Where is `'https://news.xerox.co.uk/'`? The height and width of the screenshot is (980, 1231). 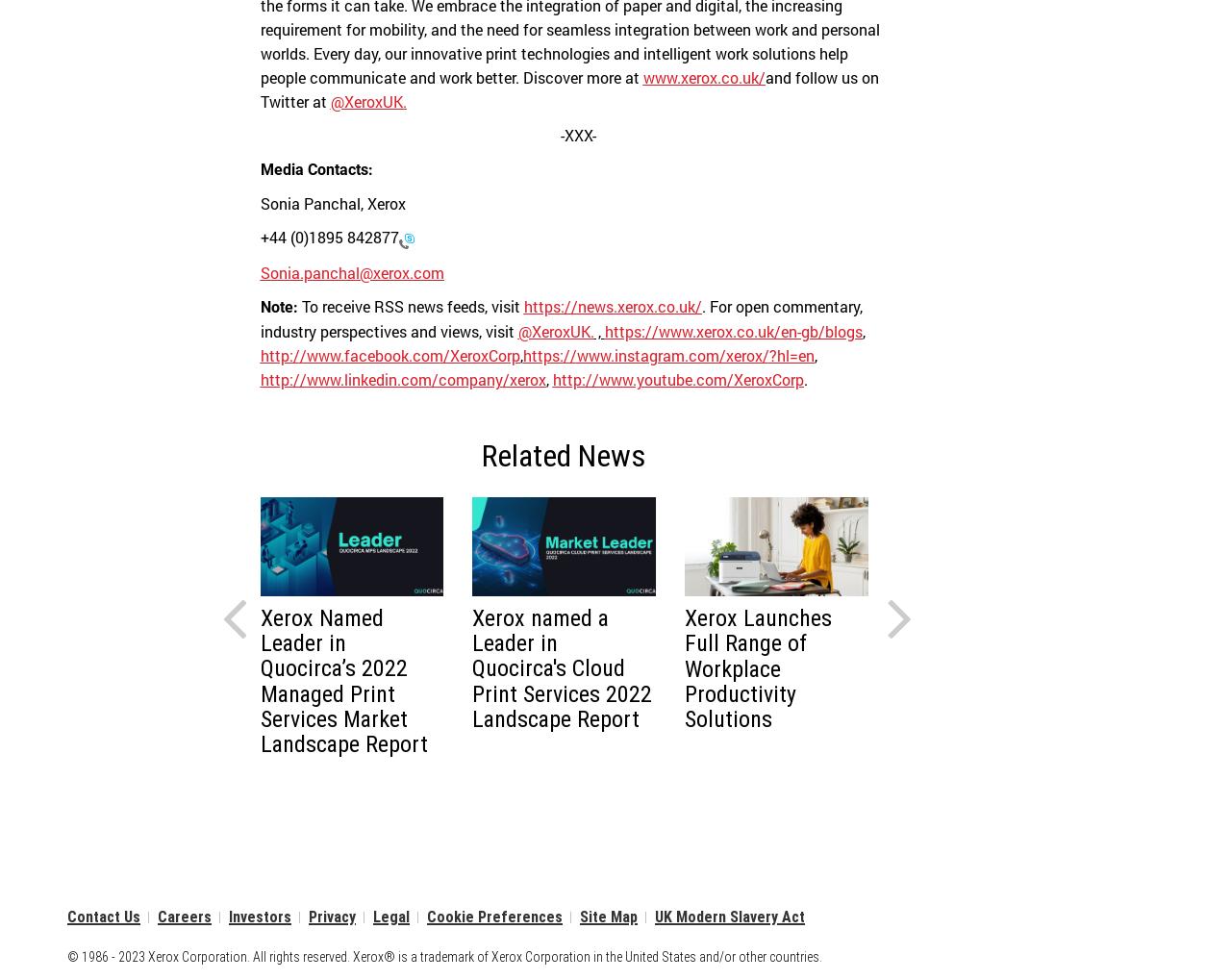
'https://news.xerox.co.uk/' is located at coordinates (611, 305).